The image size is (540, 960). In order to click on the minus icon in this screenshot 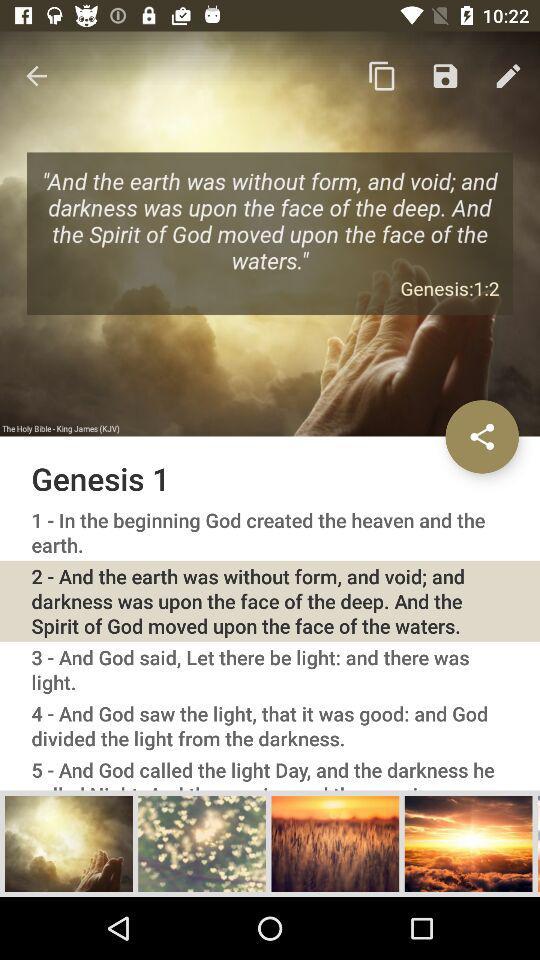, I will do `click(538, 842)`.